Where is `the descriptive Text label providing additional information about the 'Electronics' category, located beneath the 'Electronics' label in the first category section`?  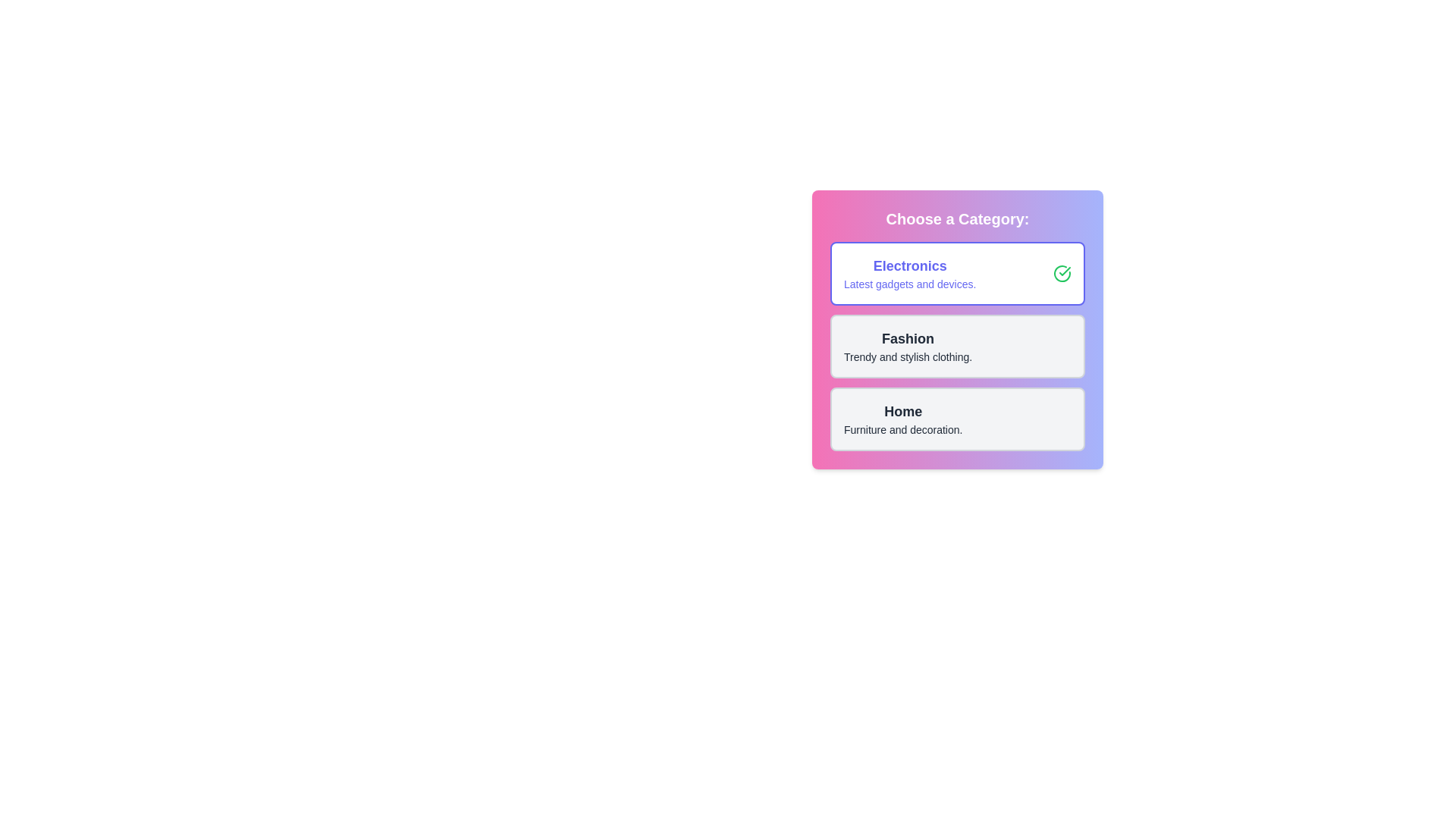
the descriptive Text label providing additional information about the 'Electronics' category, located beneath the 'Electronics' label in the first category section is located at coordinates (910, 284).